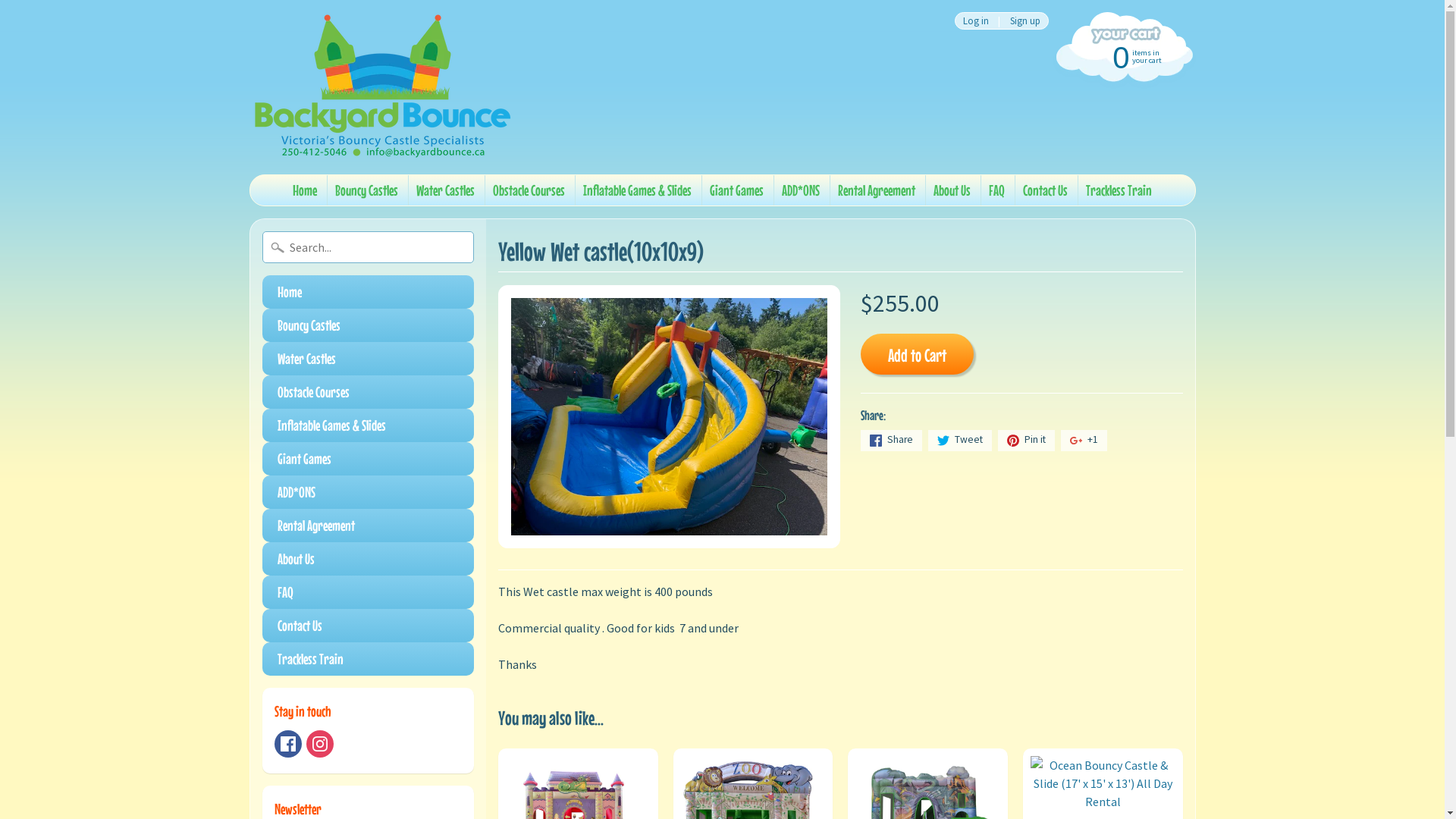 This screenshot has height=819, width=1456. I want to click on '0, so click(1122, 55).